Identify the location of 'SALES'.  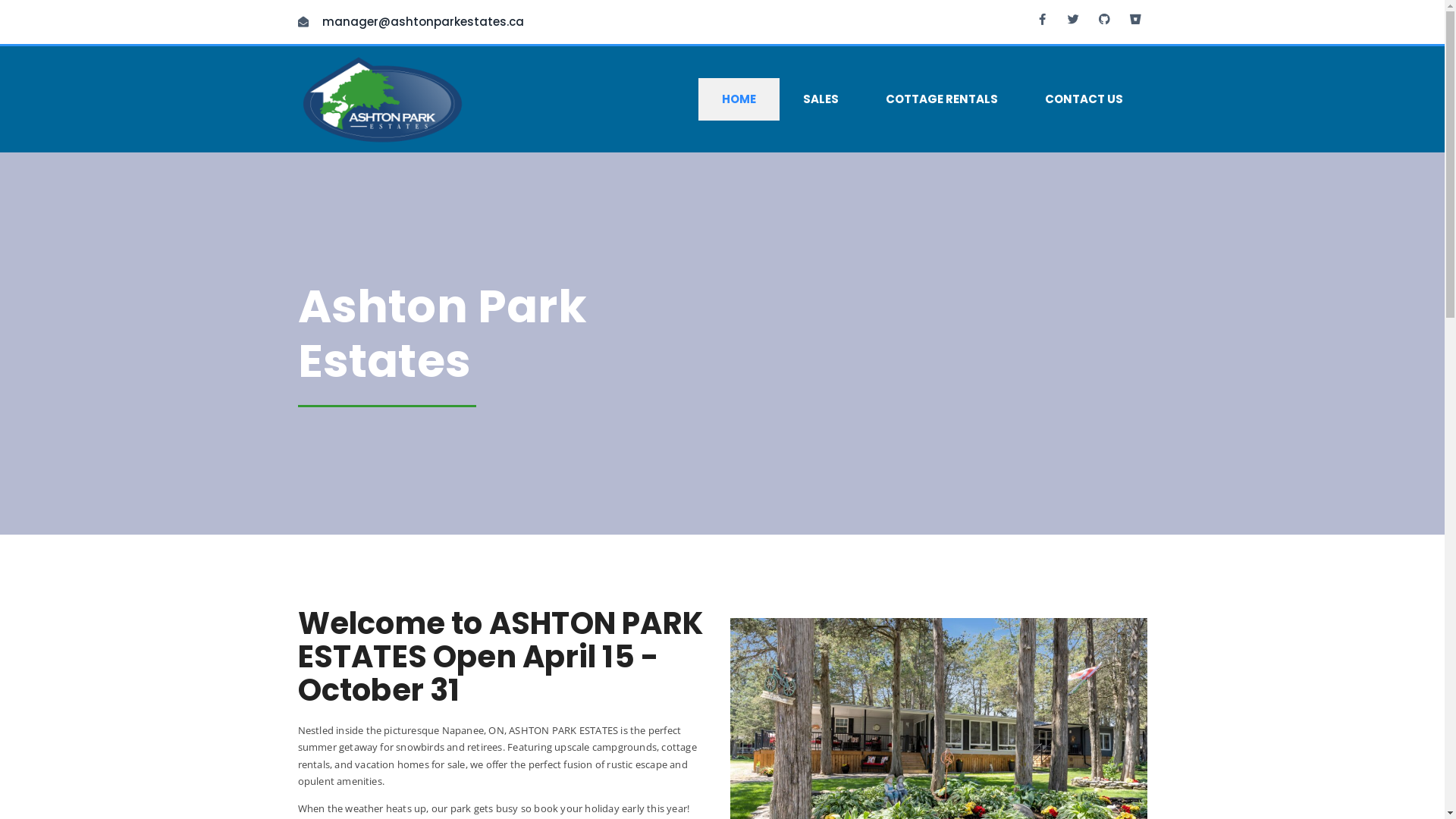
(820, 99).